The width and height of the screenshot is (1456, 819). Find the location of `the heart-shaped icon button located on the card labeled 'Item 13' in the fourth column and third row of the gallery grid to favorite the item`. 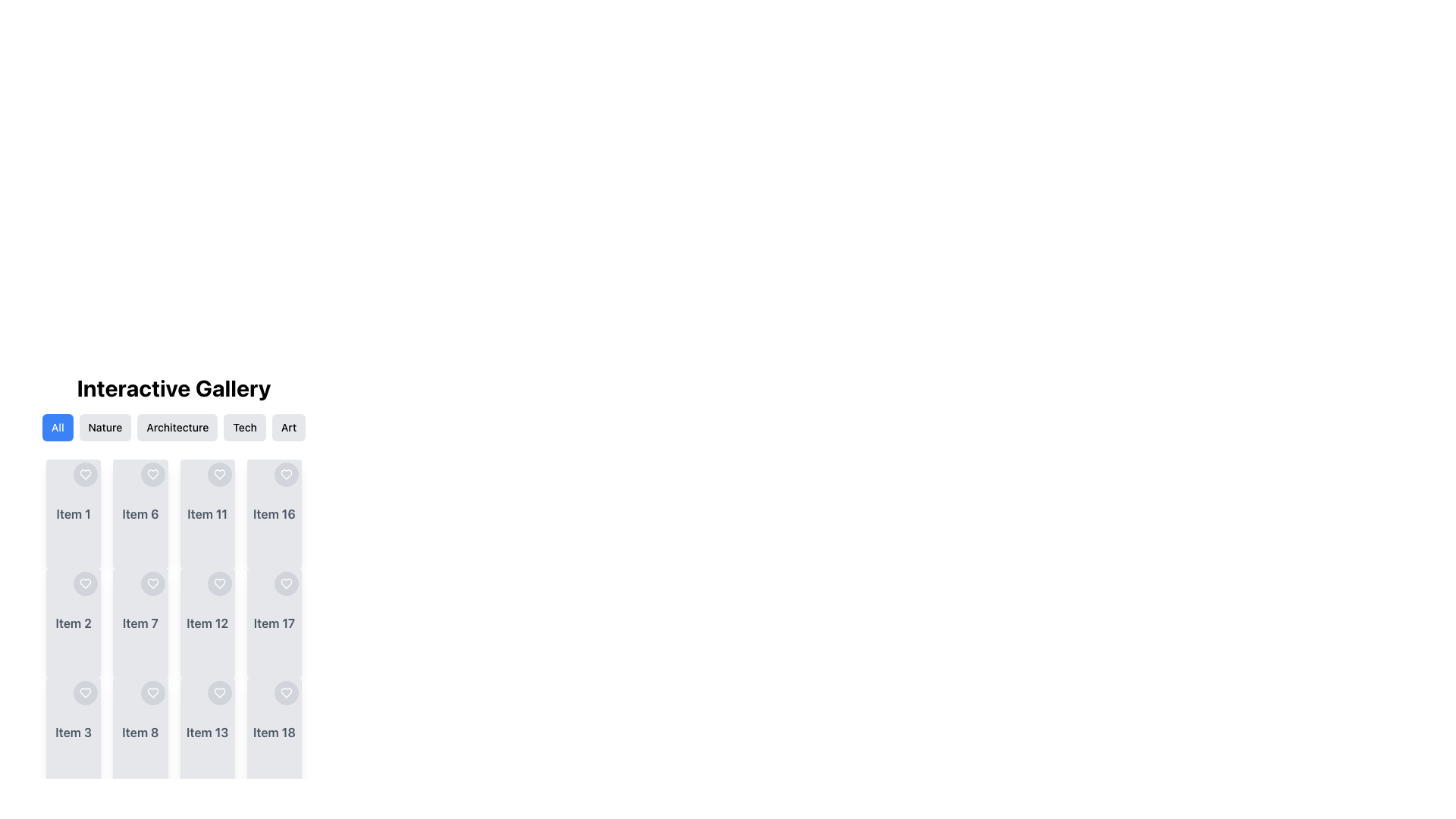

the heart-shaped icon button located on the card labeled 'Item 13' in the fourth column and third row of the gallery grid to favorite the item is located at coordinates (218, 693).